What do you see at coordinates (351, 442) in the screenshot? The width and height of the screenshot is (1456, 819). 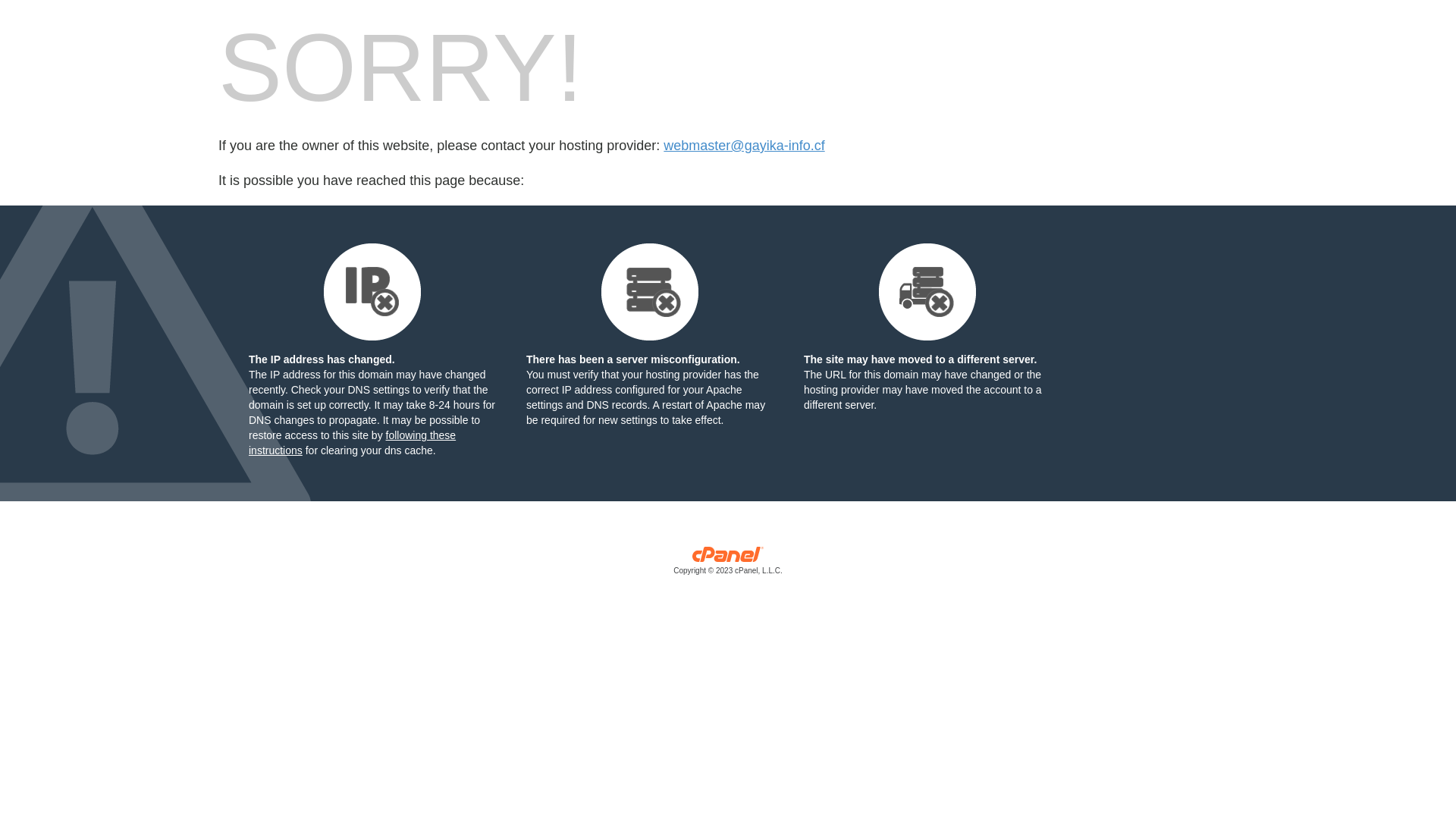 I see `'following these instructions'` at bounding box center [351, 442].